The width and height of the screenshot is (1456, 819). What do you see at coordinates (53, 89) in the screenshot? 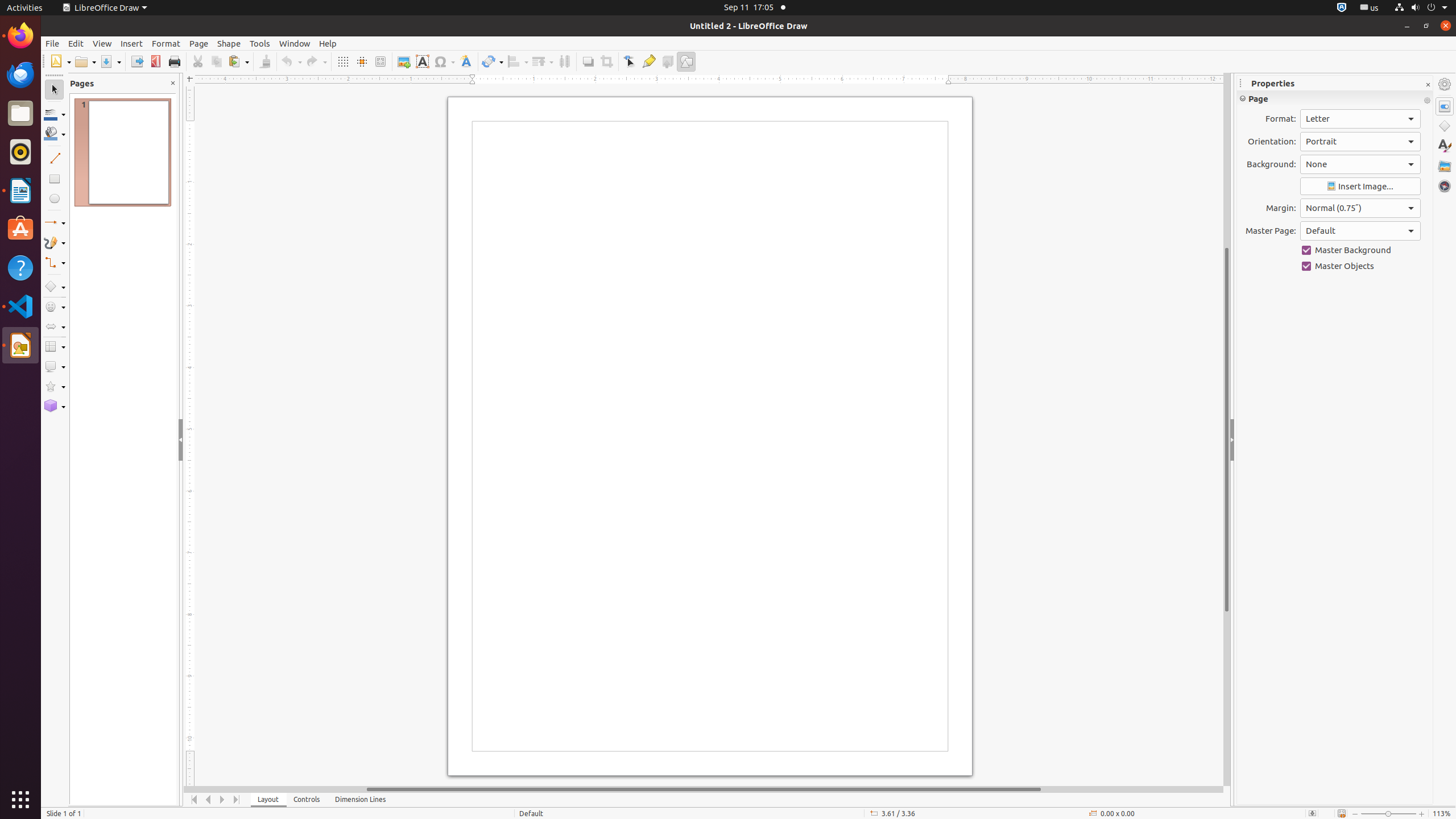
I see `'Select'` at bounding box center [53, 89].